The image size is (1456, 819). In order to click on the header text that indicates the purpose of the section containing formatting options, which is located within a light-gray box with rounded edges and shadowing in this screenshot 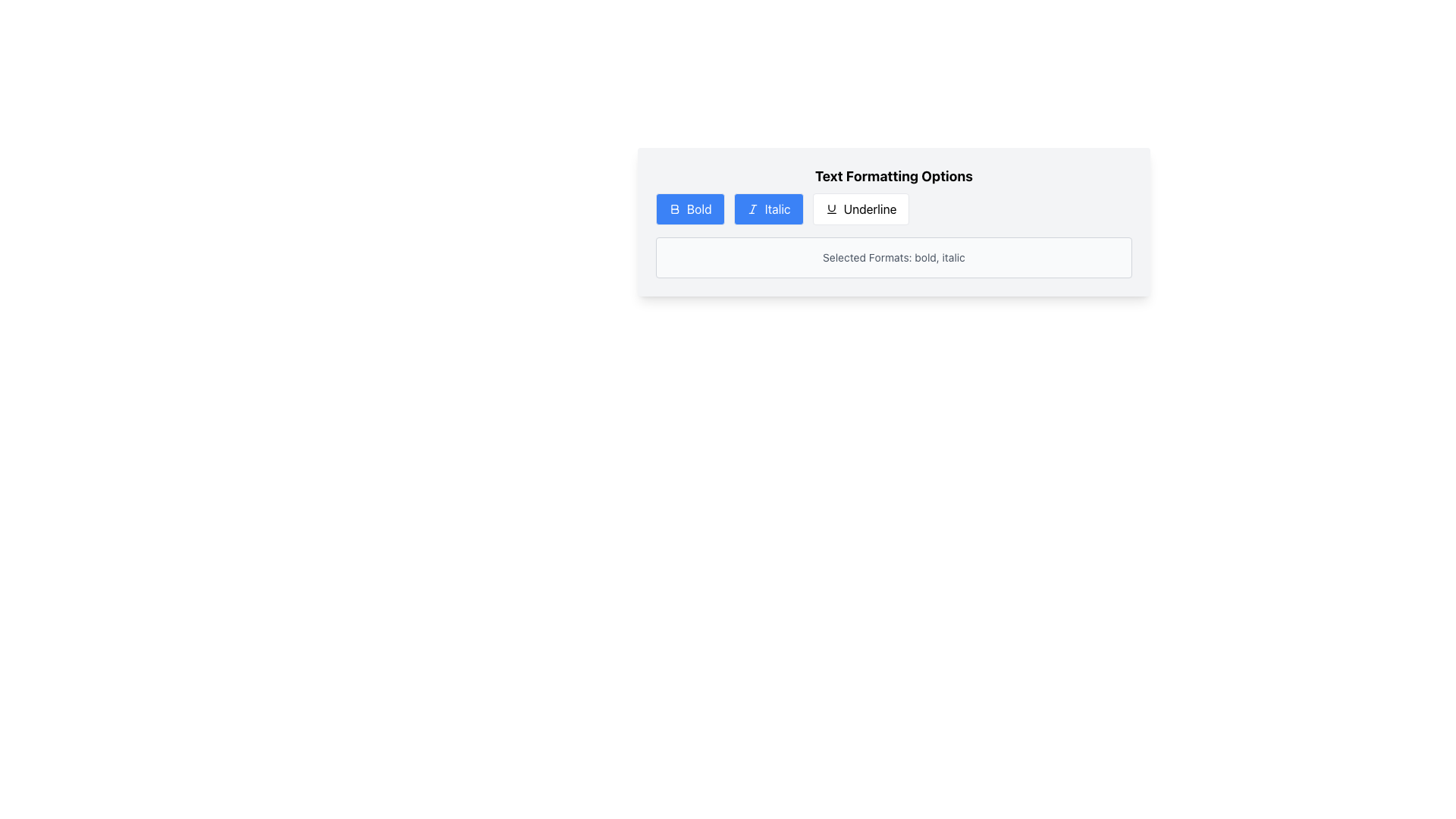, I will do `click(894, 175)`.